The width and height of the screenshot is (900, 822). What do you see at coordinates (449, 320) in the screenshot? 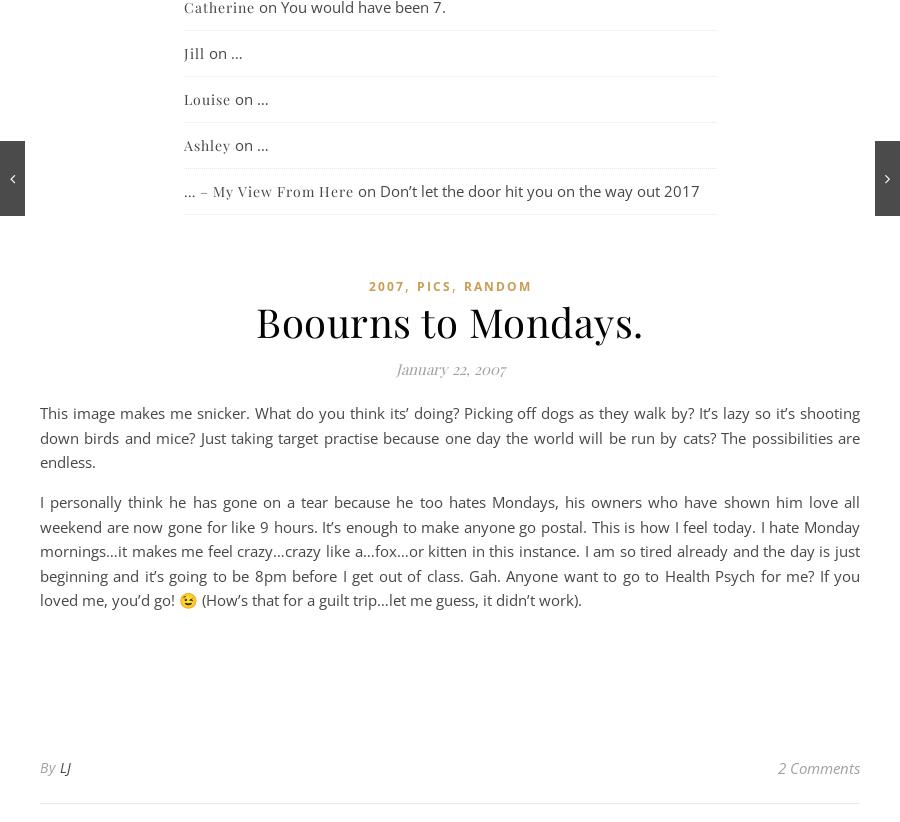
I see `'Boourns to Mondays.'` at bounding box center [449, 320].